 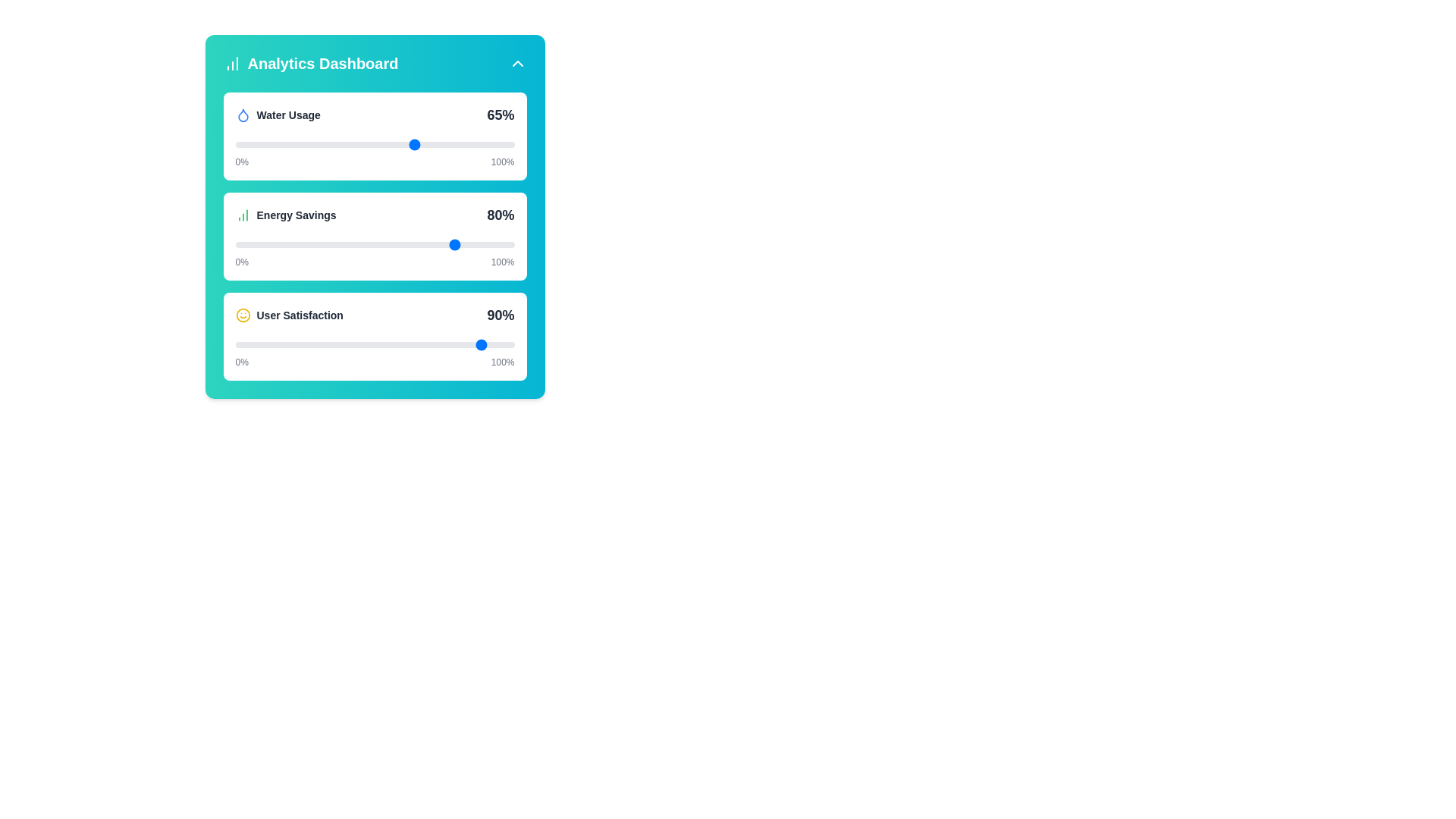 I want to click on User Satisfaction, so click(x=324, y=345).